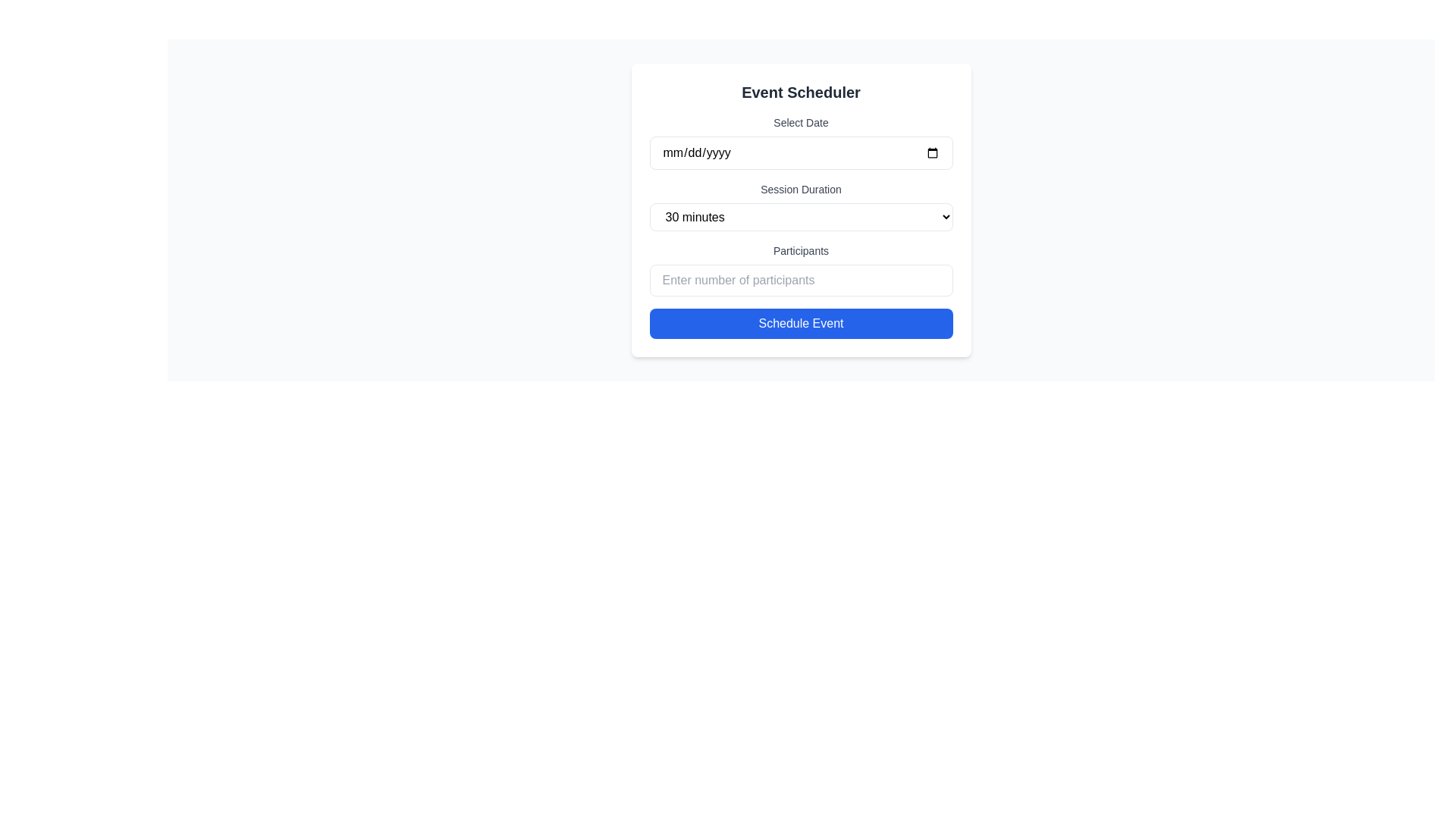  What do you see at coordinates (800, 143) in the screenshot?
I see `the date input field located directly below the heading 'Event Scheduler'` at bounding box center [800, 143].